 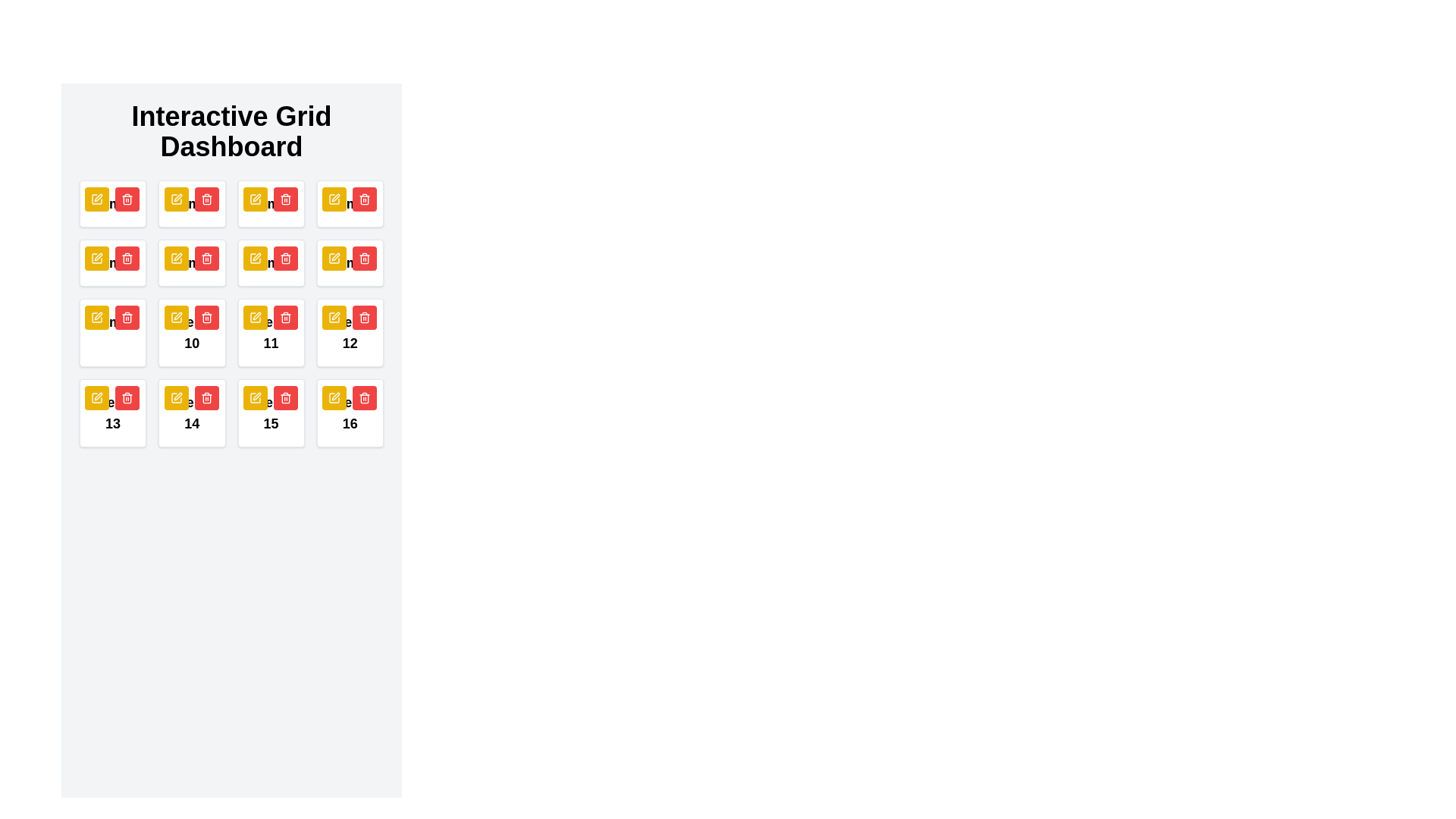 I want to click on the edit icon located in the third row, first column of the grid layout, which has a yellow background and is positioned to the left of the red delete button, so click(x=334, y=257).